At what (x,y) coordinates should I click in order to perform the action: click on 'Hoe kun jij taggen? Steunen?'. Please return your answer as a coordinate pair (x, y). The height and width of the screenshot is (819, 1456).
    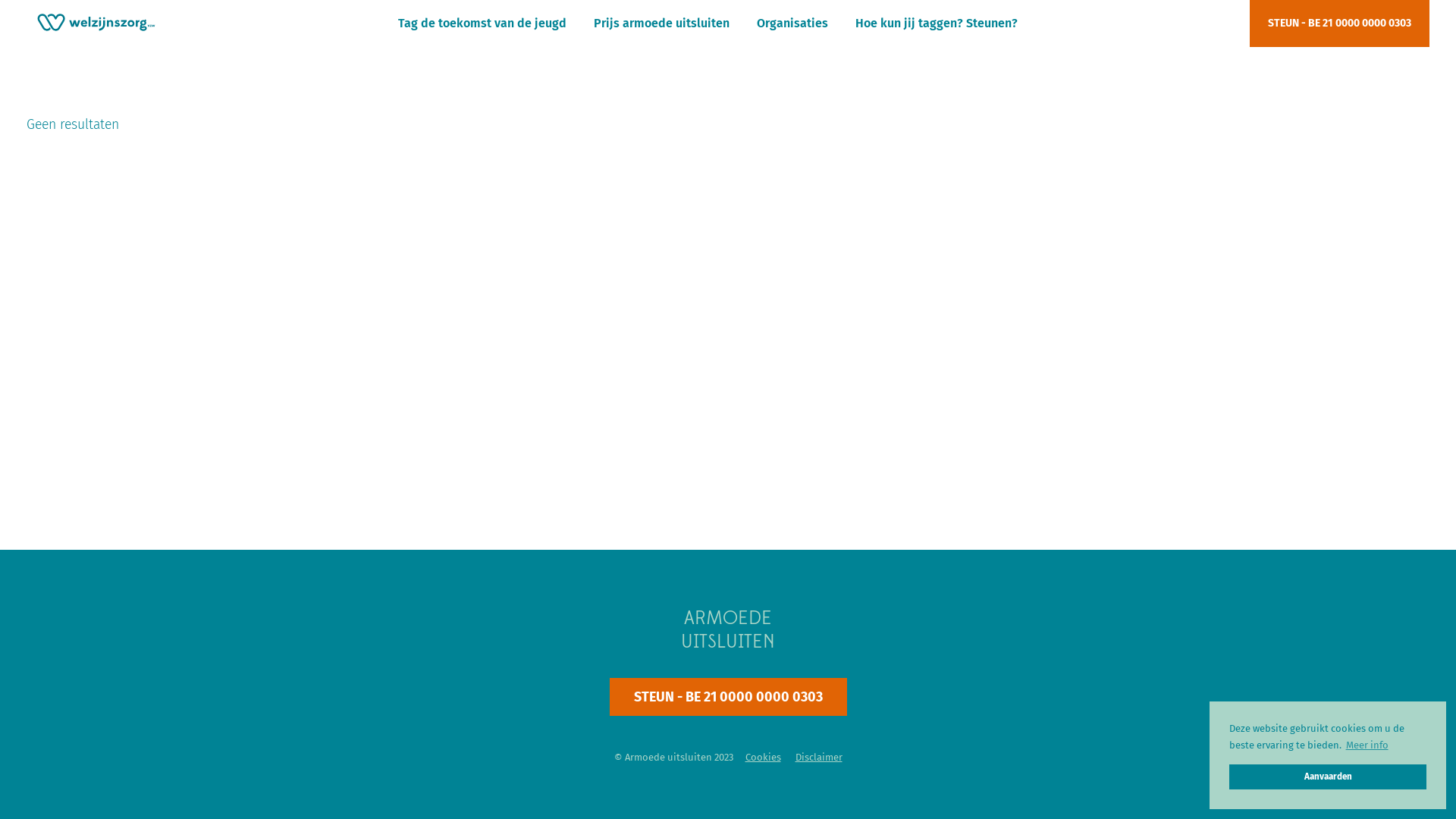
    Looking at the image, I should click on (935, 23).